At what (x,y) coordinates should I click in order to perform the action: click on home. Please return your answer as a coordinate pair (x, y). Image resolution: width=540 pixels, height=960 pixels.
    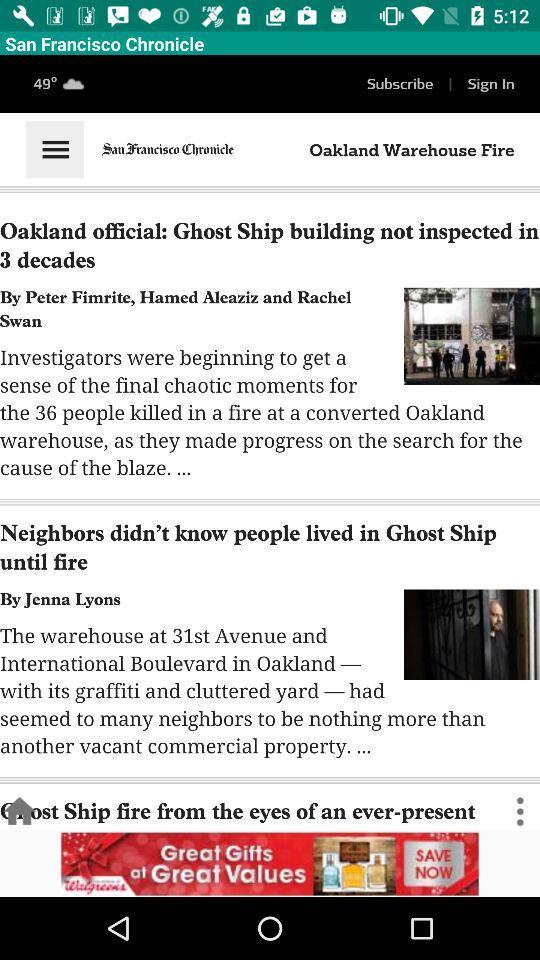
    Looking at the image, I should click on (18, 811).